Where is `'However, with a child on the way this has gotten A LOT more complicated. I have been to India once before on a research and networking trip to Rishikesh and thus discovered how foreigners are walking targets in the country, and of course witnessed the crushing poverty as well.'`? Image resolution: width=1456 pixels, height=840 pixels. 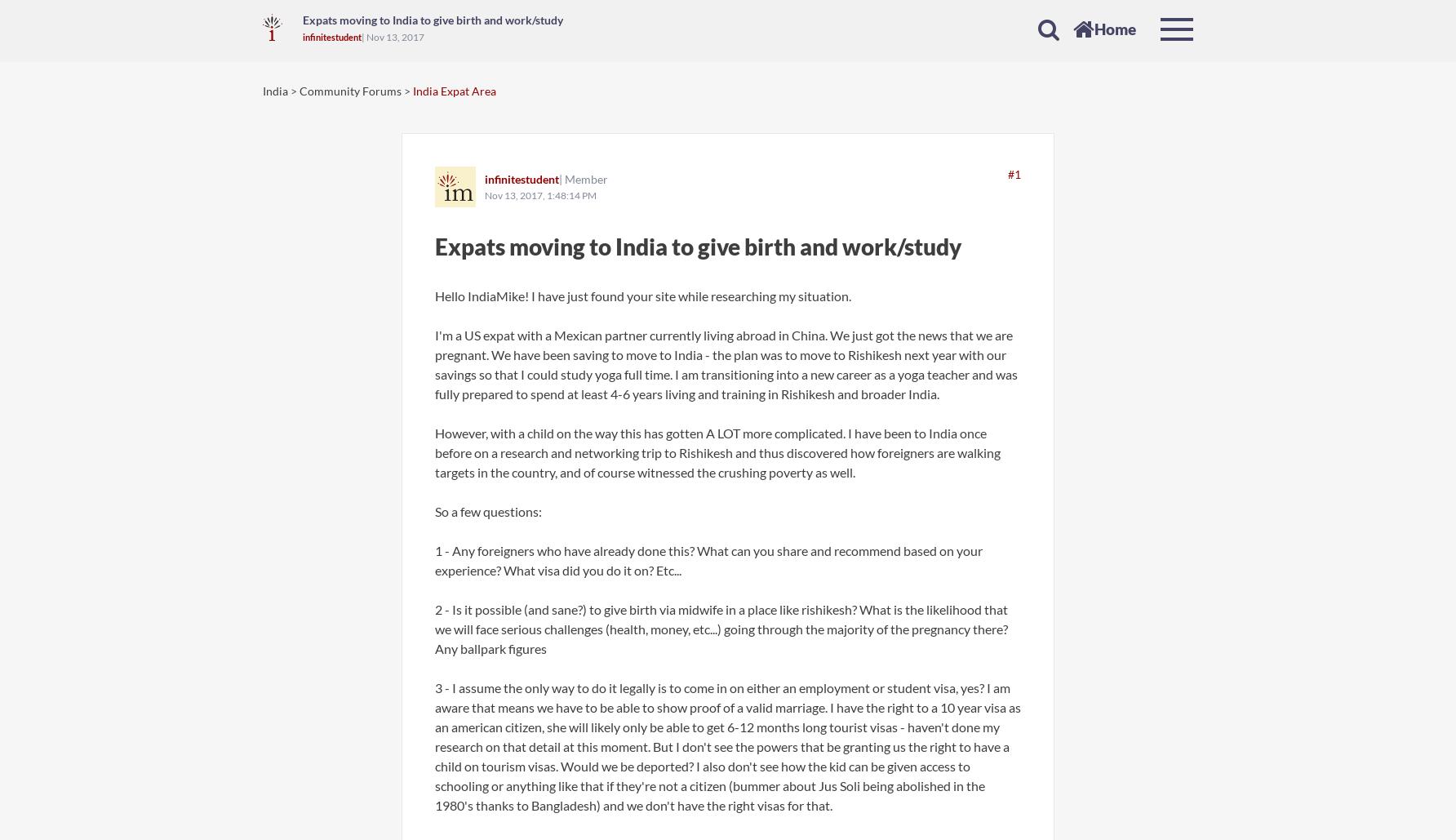 'However, with a child on the way this has gotten A LOT more complicated. I have been to India once before on a research and networking trip to Rishikesh and thus discovered how foreigners are walking targets in the country, and of course witnessed the crushing poverty as well.' is located at coordinates (717, 451).